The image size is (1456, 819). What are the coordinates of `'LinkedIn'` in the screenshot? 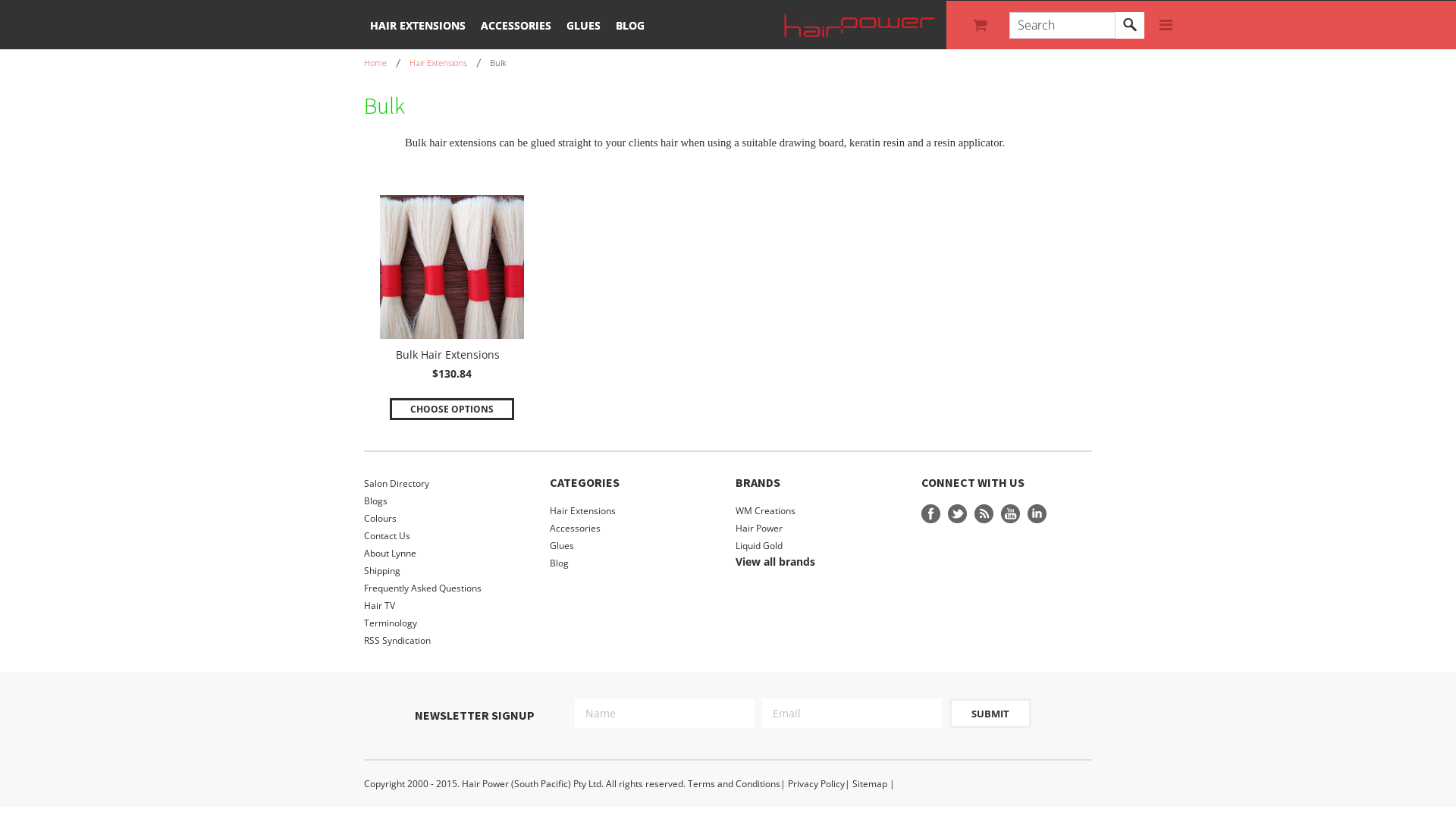 It's located at (1036, 513).